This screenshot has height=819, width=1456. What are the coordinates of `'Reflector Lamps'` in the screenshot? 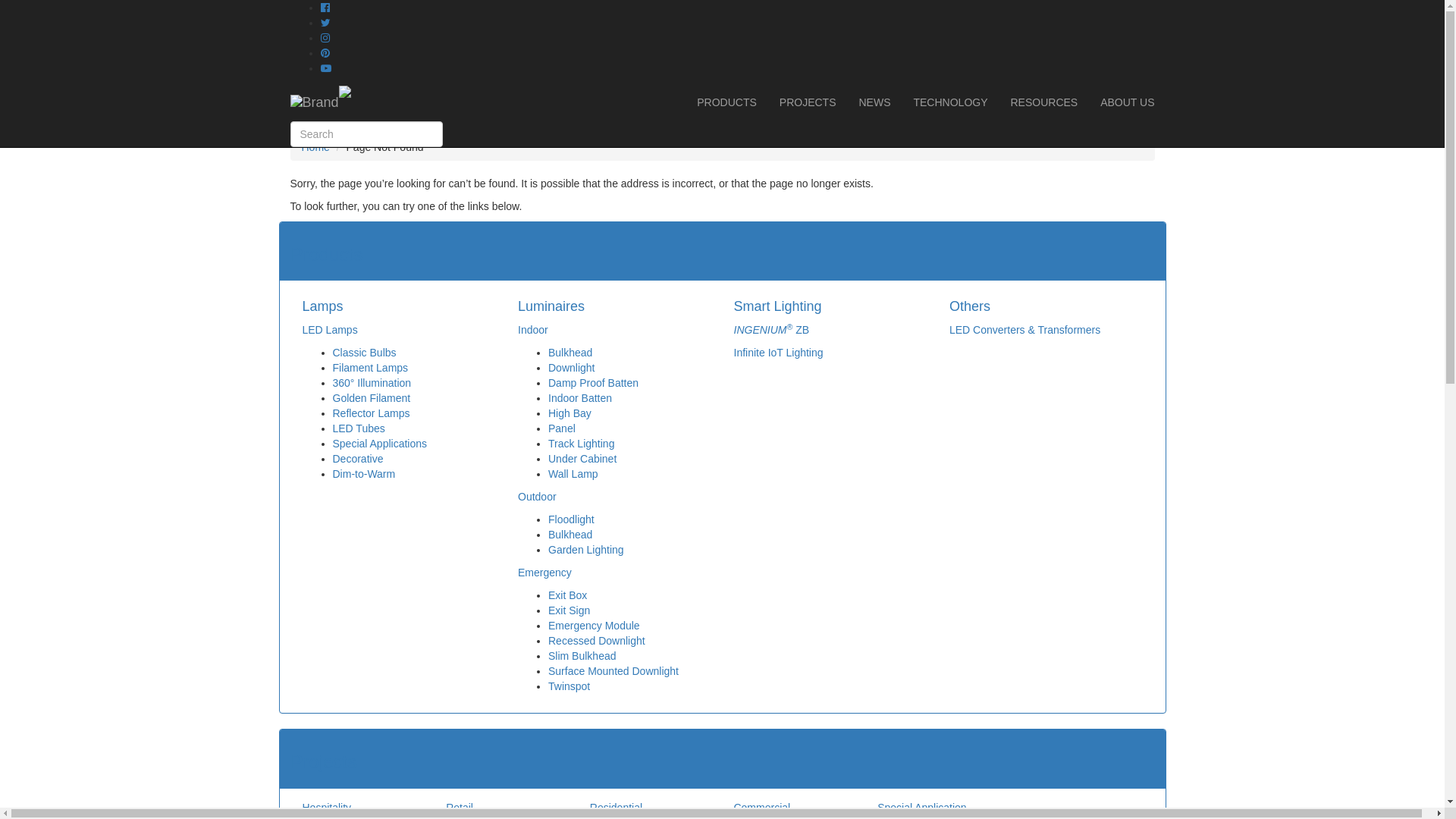 It's located at (371, 413).